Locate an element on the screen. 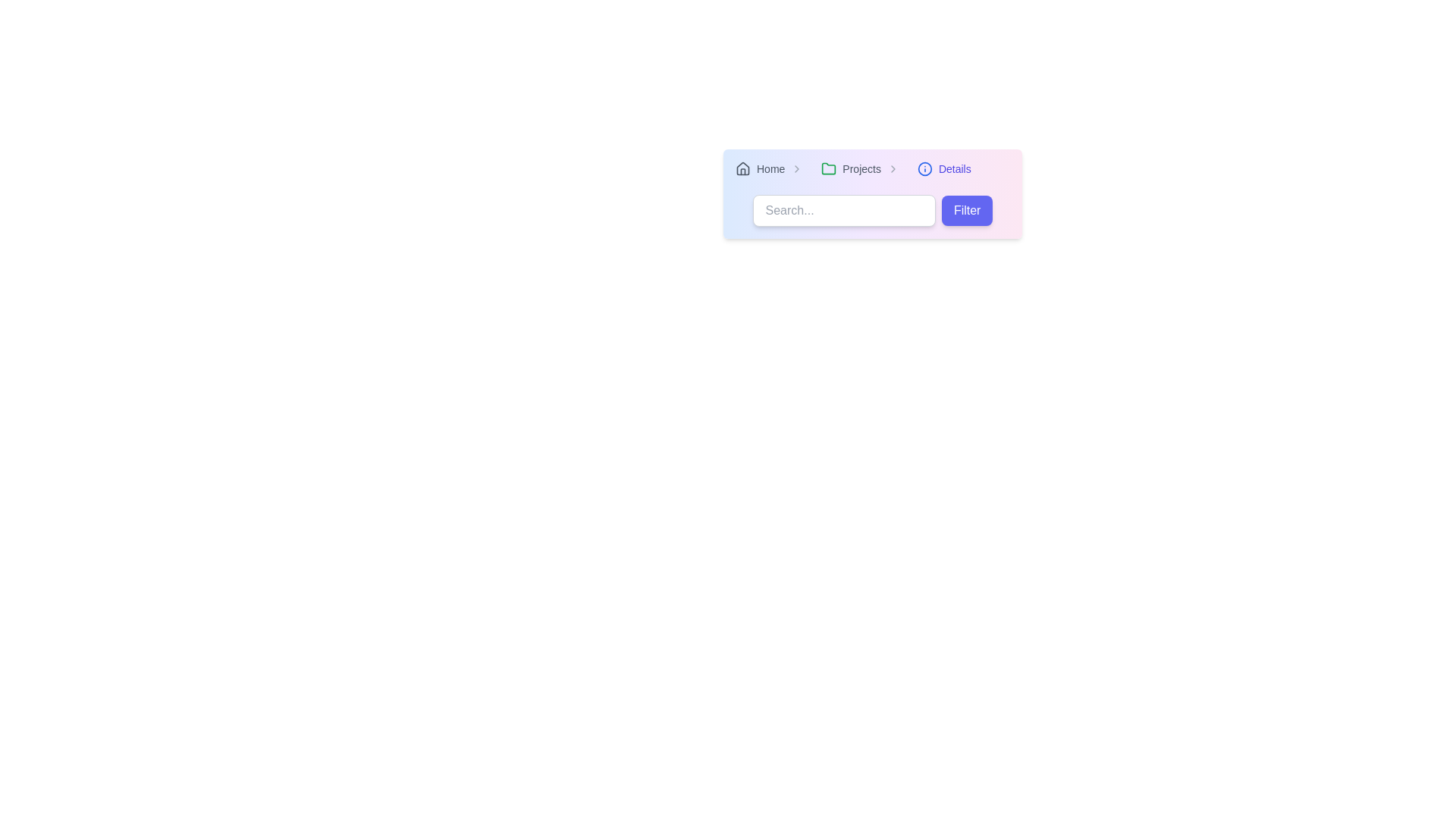 This screenshot has width=1456, height=819. the circular icon with a blue outer border, which is part of the info notification symbol located in the top-right section of the navigation bar is located at coordinates (924, 169).